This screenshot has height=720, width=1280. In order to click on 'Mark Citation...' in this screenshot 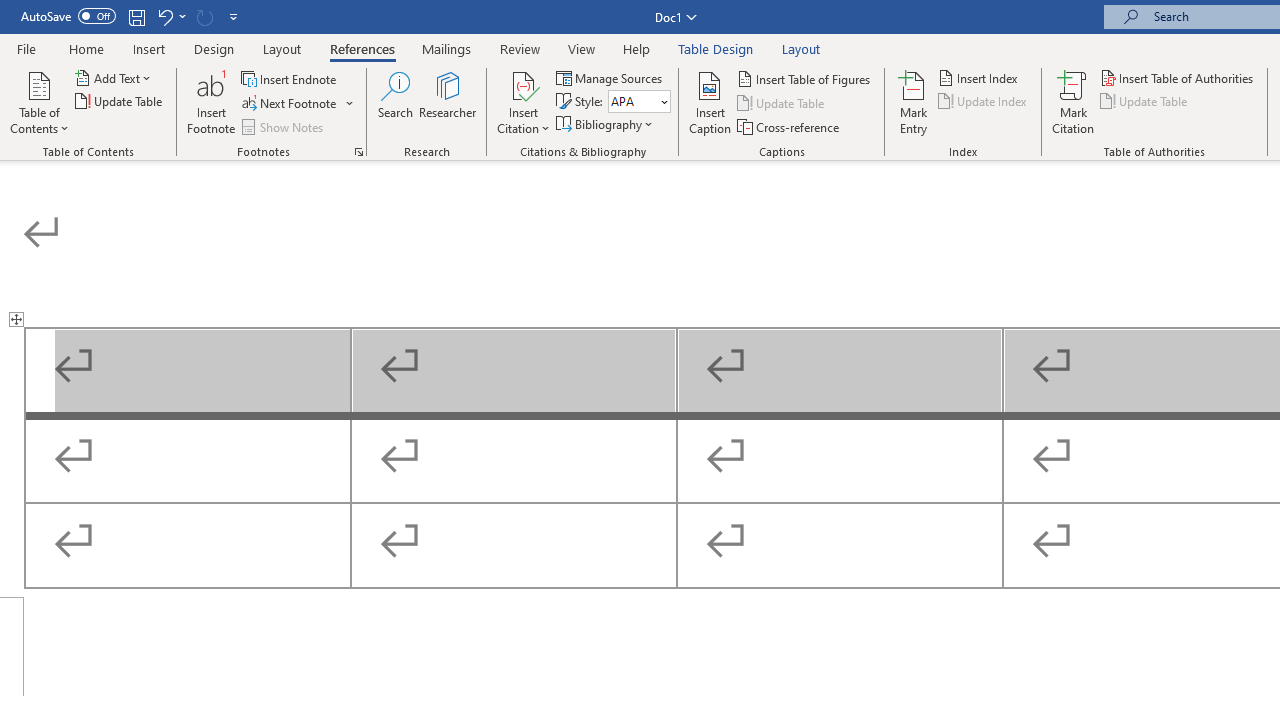, I will do `click(1072, 103)`.